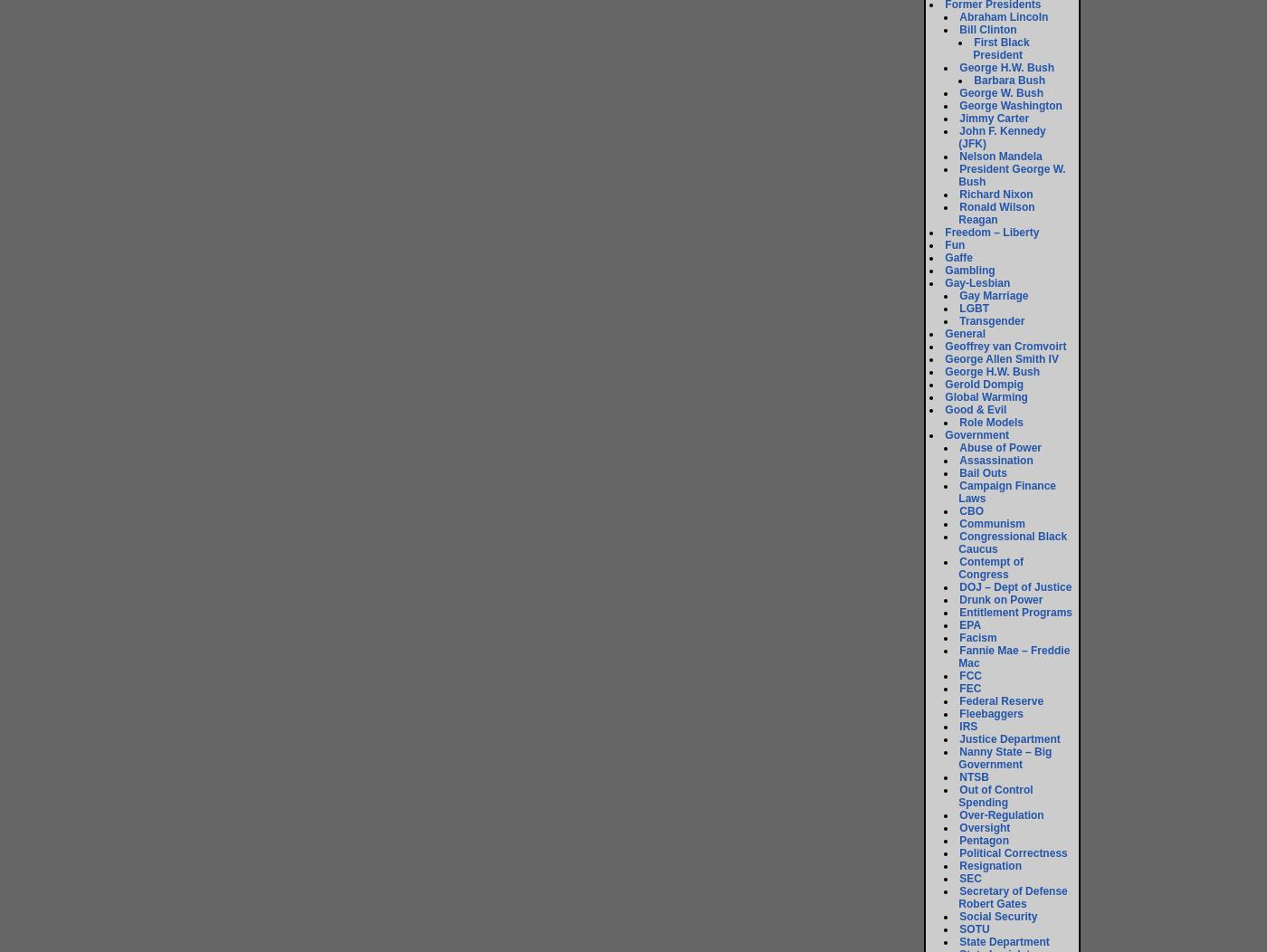  I want to click on 'President George W. Bush', so click(1012, 175).